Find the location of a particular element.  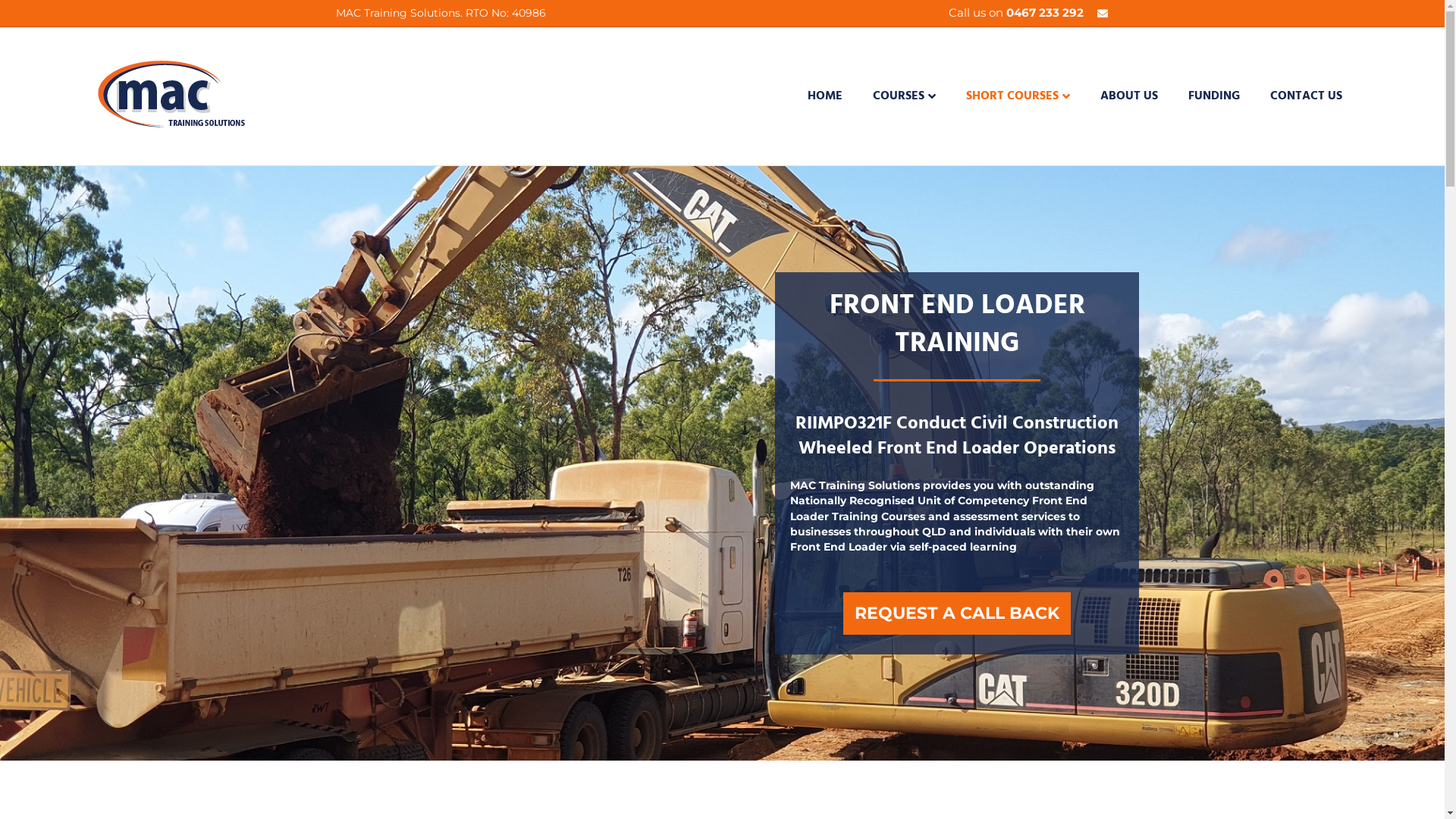

'COURSES' is located at coordinates (858, 96).